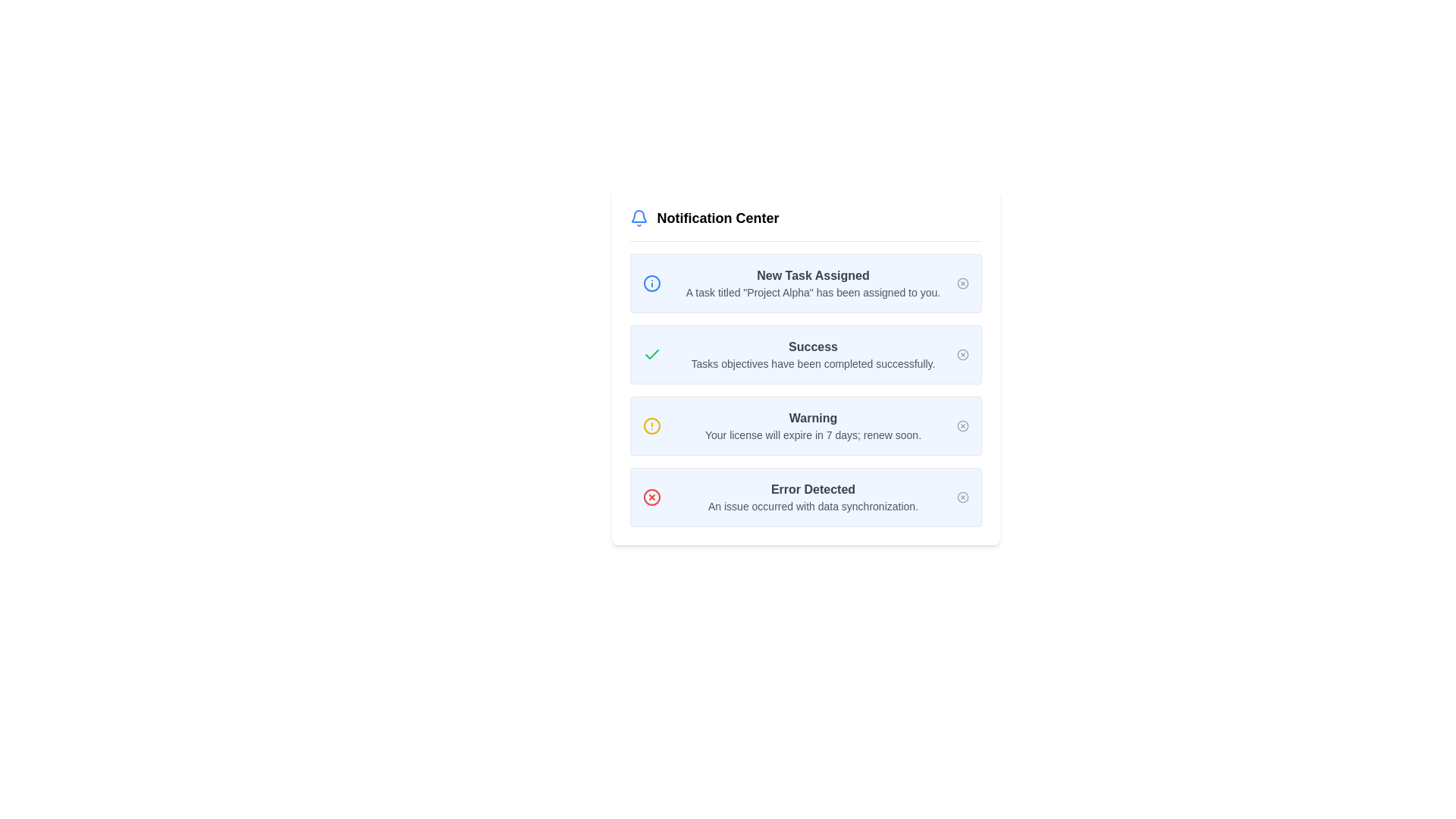 The width and height of the screenshot is (1456, 819). What do you see at coordinates (812, 292) in the screenshot?
I see `the text label that displays the notification 'A task titled "Project Alpha" has been assigned to you.' which is located below the headline 'New Task Assigned' in the notification center` at bounding box center [812, 292].